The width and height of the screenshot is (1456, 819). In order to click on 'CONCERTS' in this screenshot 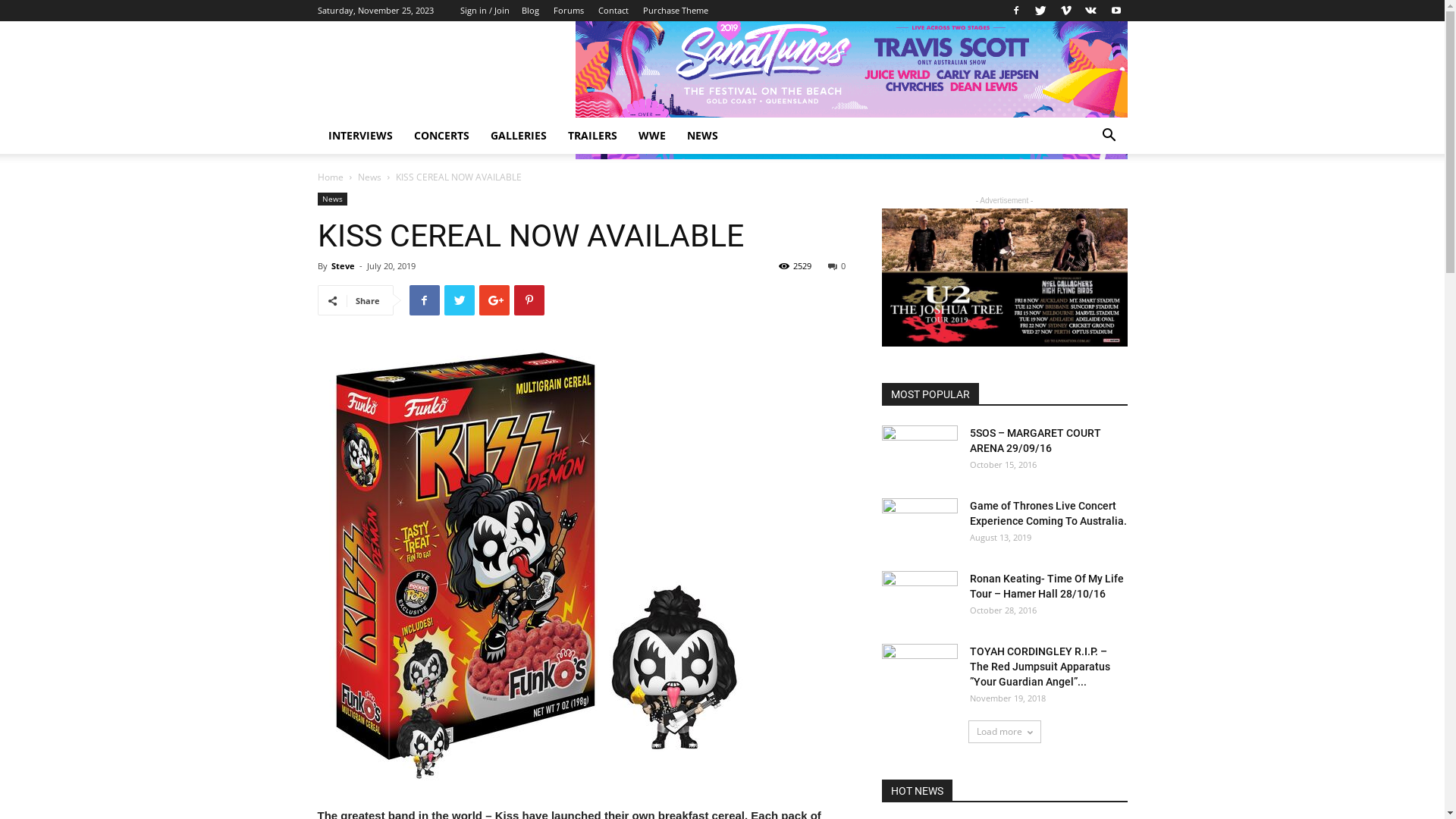, I will do `click(441, 134)`.